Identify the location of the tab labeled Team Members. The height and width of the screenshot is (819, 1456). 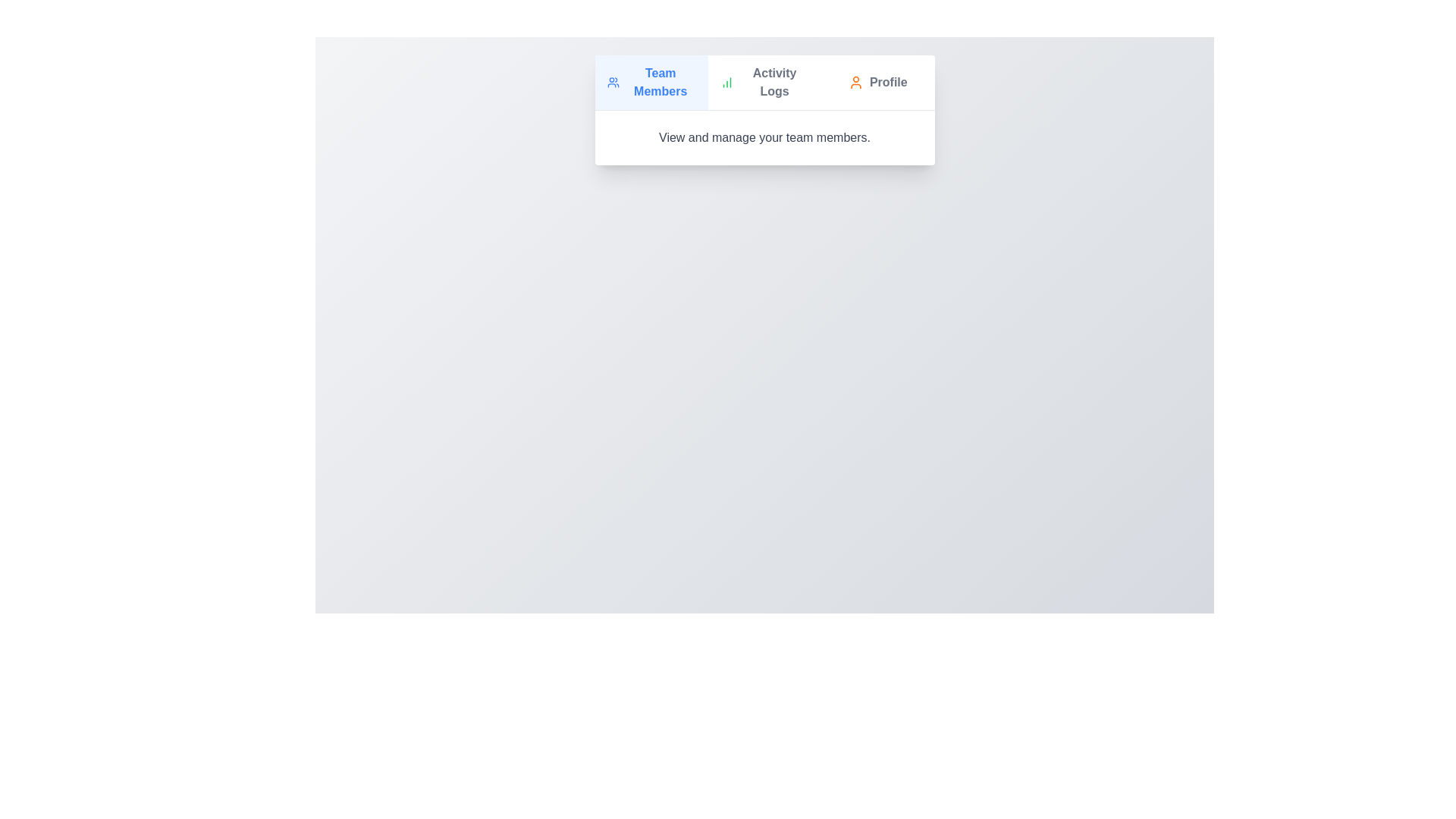
(651, 82).